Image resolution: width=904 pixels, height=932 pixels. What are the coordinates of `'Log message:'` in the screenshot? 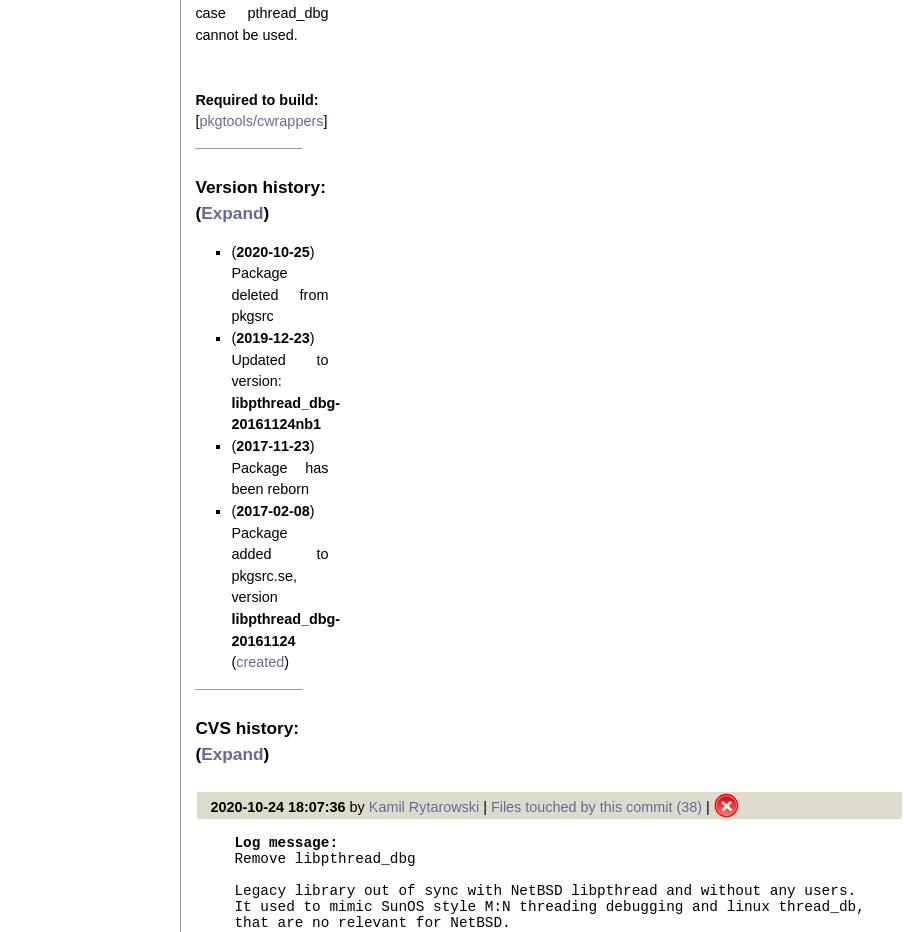 It's located at (286, 841).